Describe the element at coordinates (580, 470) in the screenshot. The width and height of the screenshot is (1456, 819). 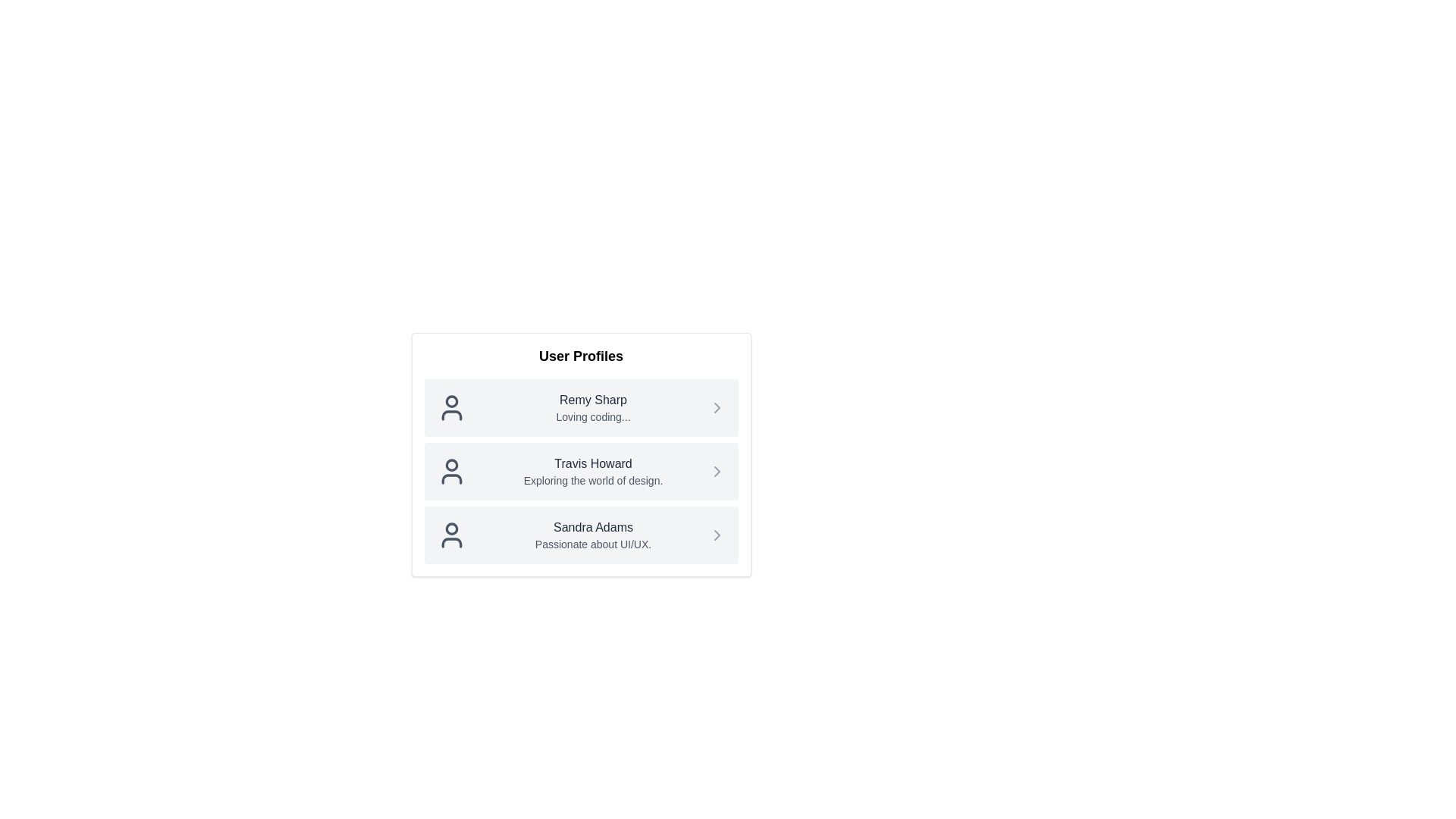
I see `the second Profile card in the vertical list, which has a pale gray background and contains an icon on the left, text in the center, and a chevron icon on the right` at that location.